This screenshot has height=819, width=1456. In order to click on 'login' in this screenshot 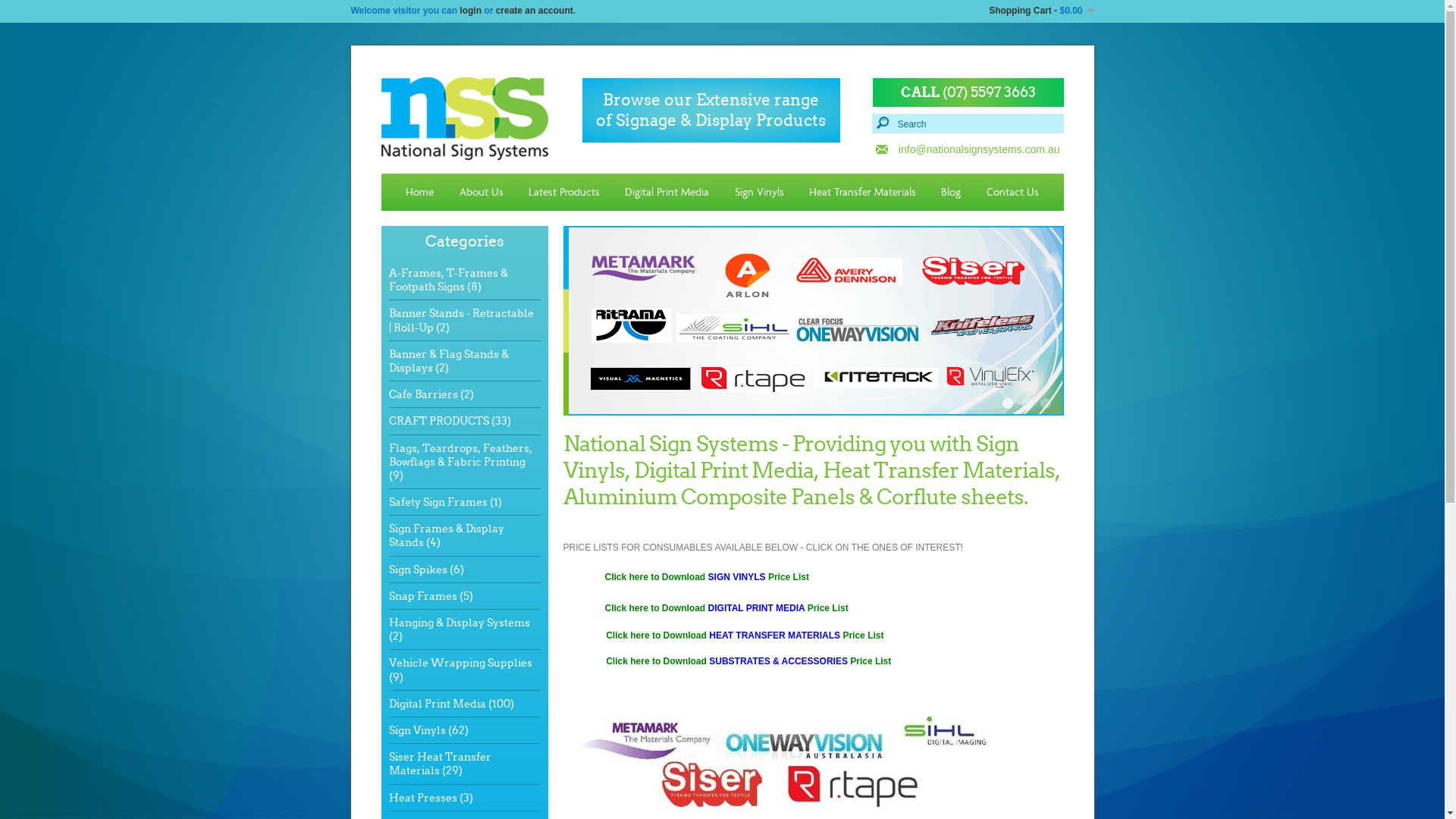, I will do `click(469, 11)`.